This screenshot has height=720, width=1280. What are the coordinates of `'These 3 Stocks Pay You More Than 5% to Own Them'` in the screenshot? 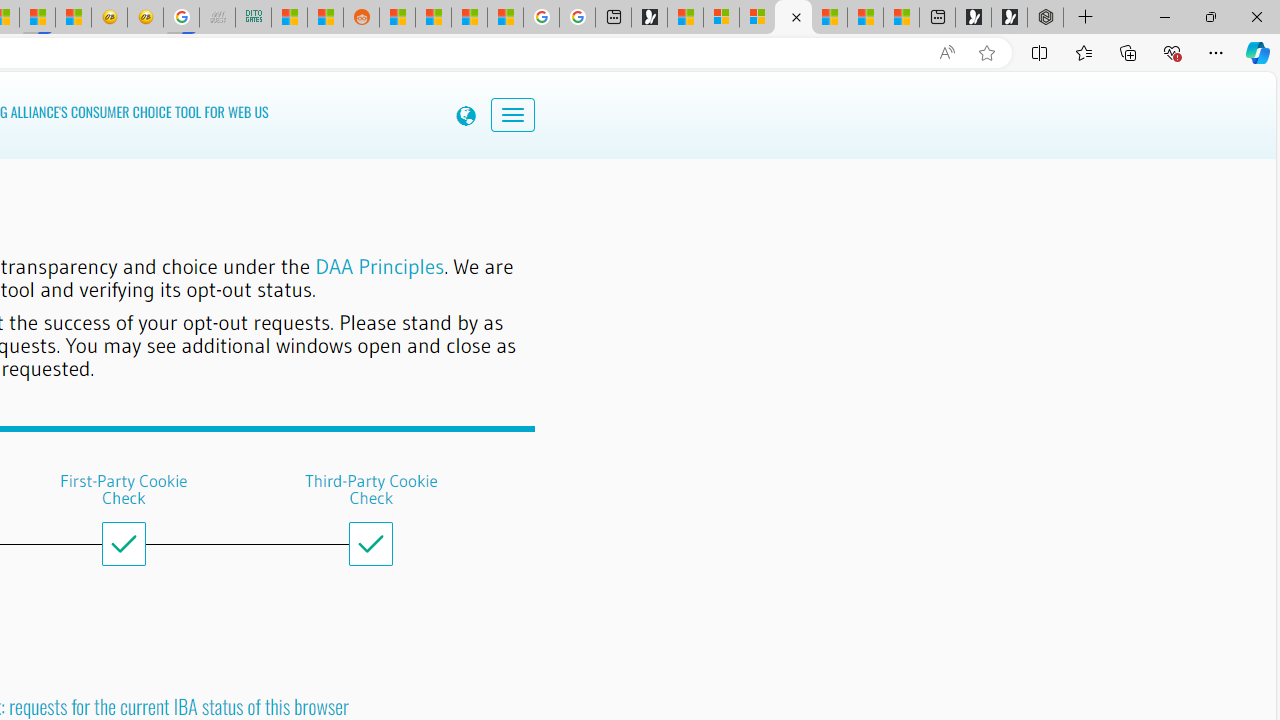 It's located at (900, 17).